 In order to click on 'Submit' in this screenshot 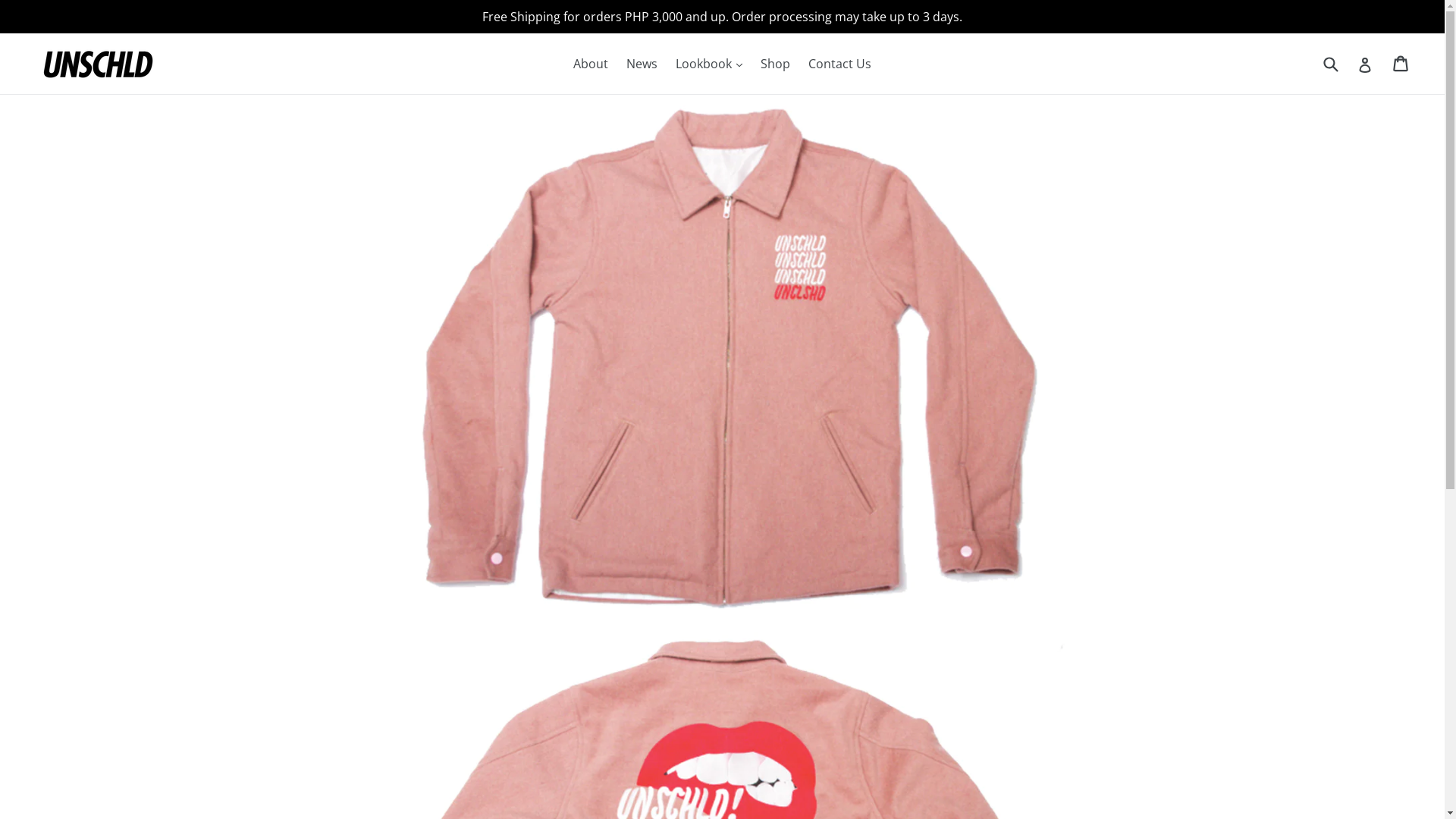, I will do `click(1329, 62)`.